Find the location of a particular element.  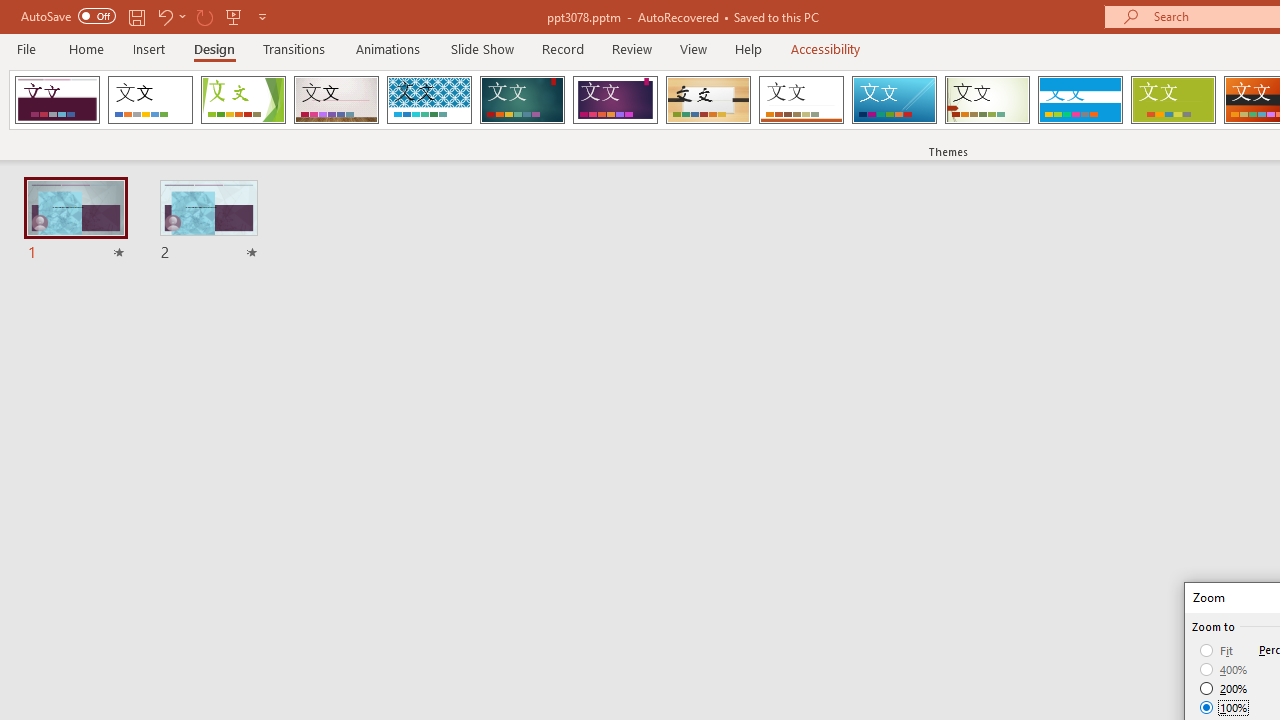

'View' is located at coordinates (693, 48).